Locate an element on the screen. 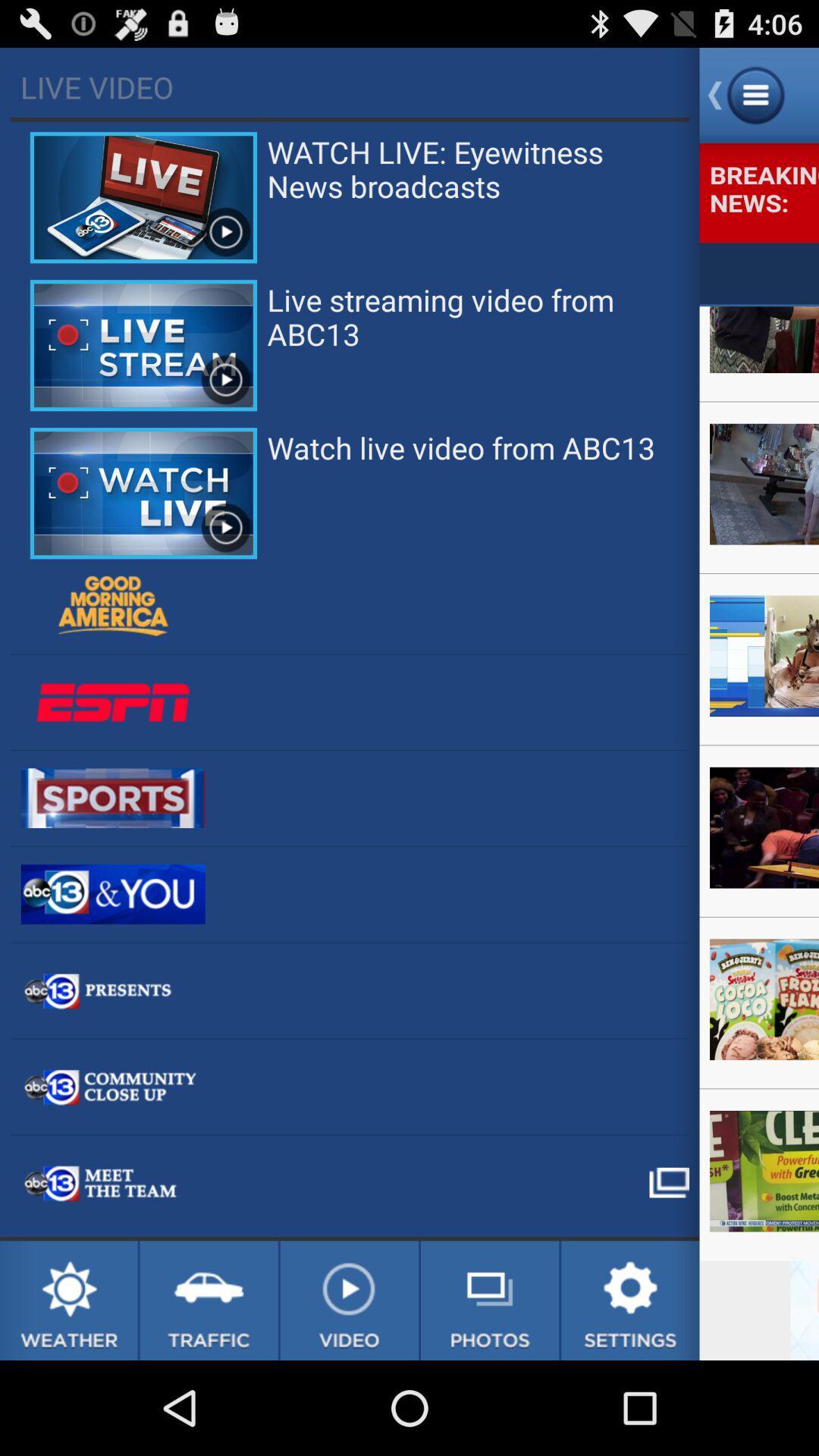  weather is located at coordinates (68, 1300).